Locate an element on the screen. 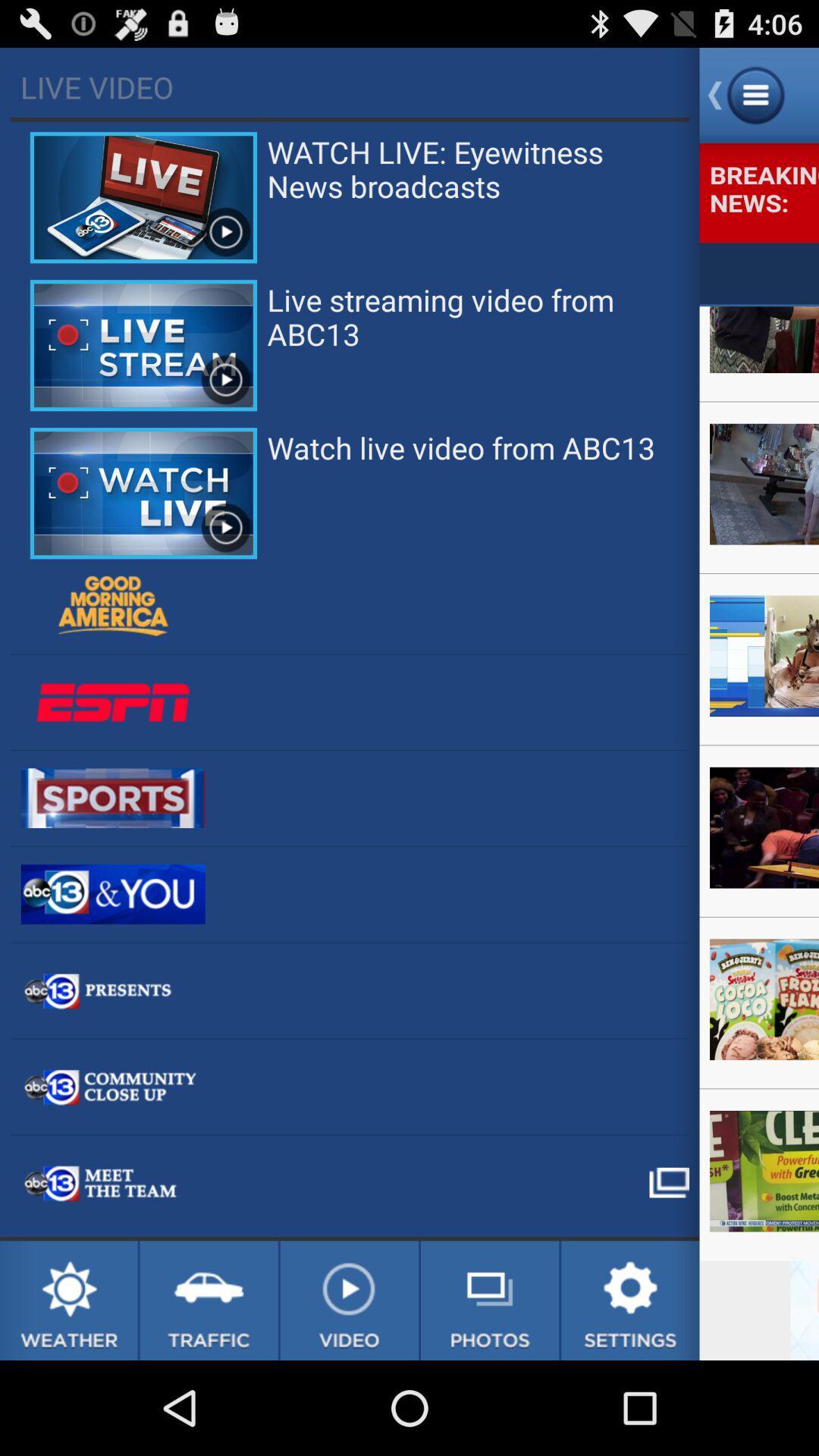  weather is located at coordinates (68, 1300).